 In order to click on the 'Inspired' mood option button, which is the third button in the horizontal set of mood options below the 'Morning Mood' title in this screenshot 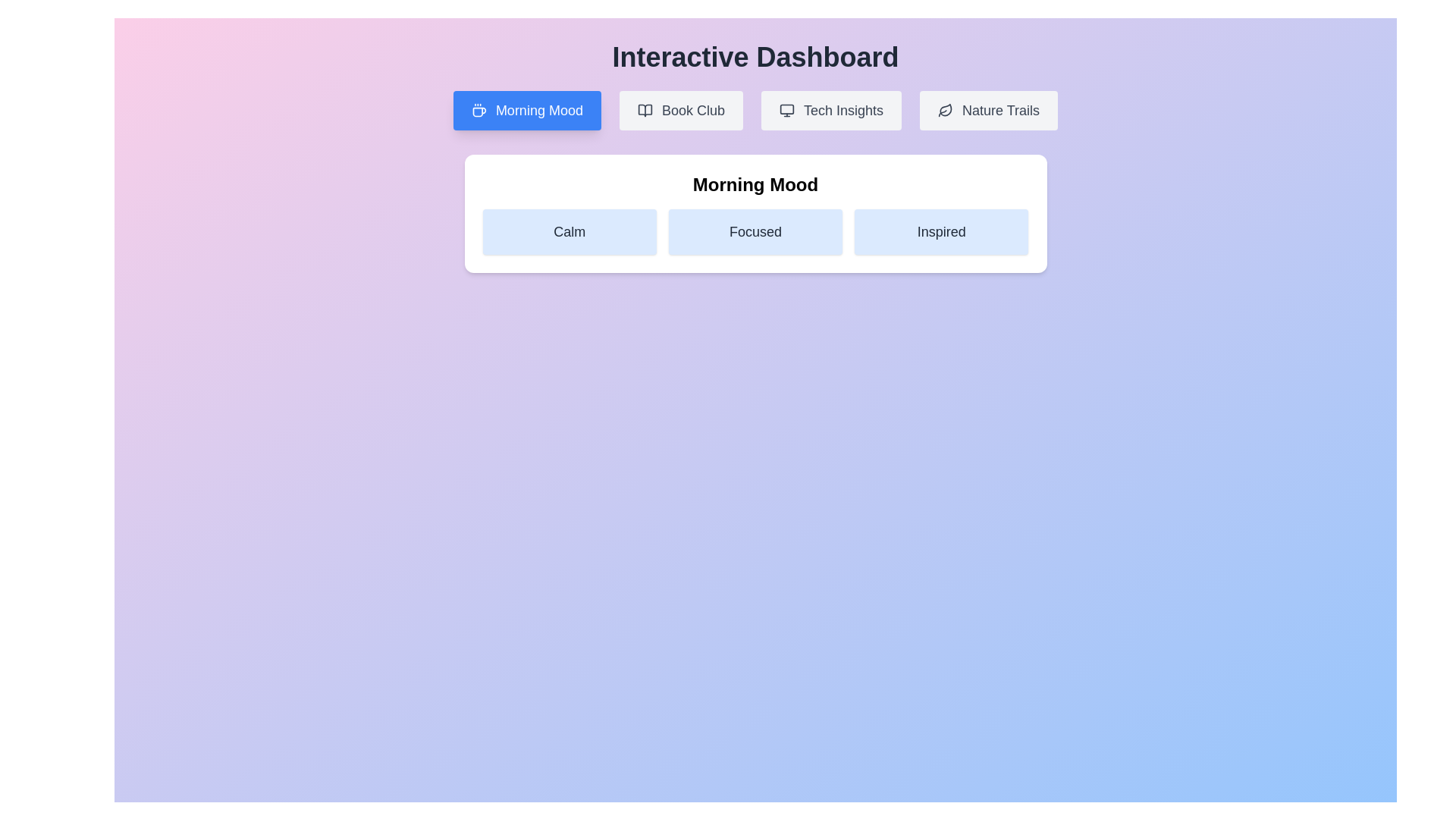, I will do `click(940, 231)`.